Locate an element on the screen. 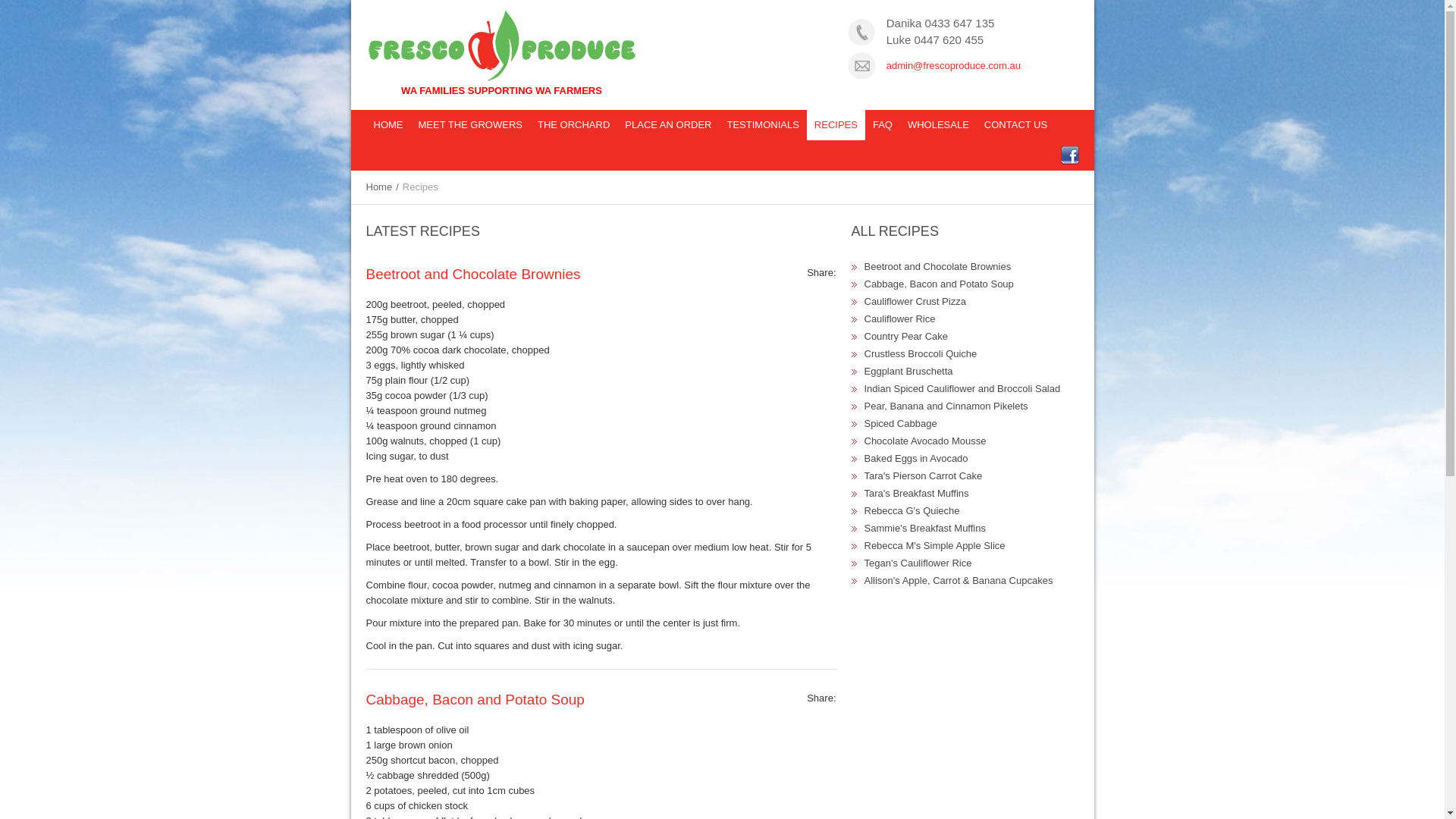 The height and width of the screenshot is (819, 1456). 'Cauliflower Rice' is located at coordinates (899, 318).